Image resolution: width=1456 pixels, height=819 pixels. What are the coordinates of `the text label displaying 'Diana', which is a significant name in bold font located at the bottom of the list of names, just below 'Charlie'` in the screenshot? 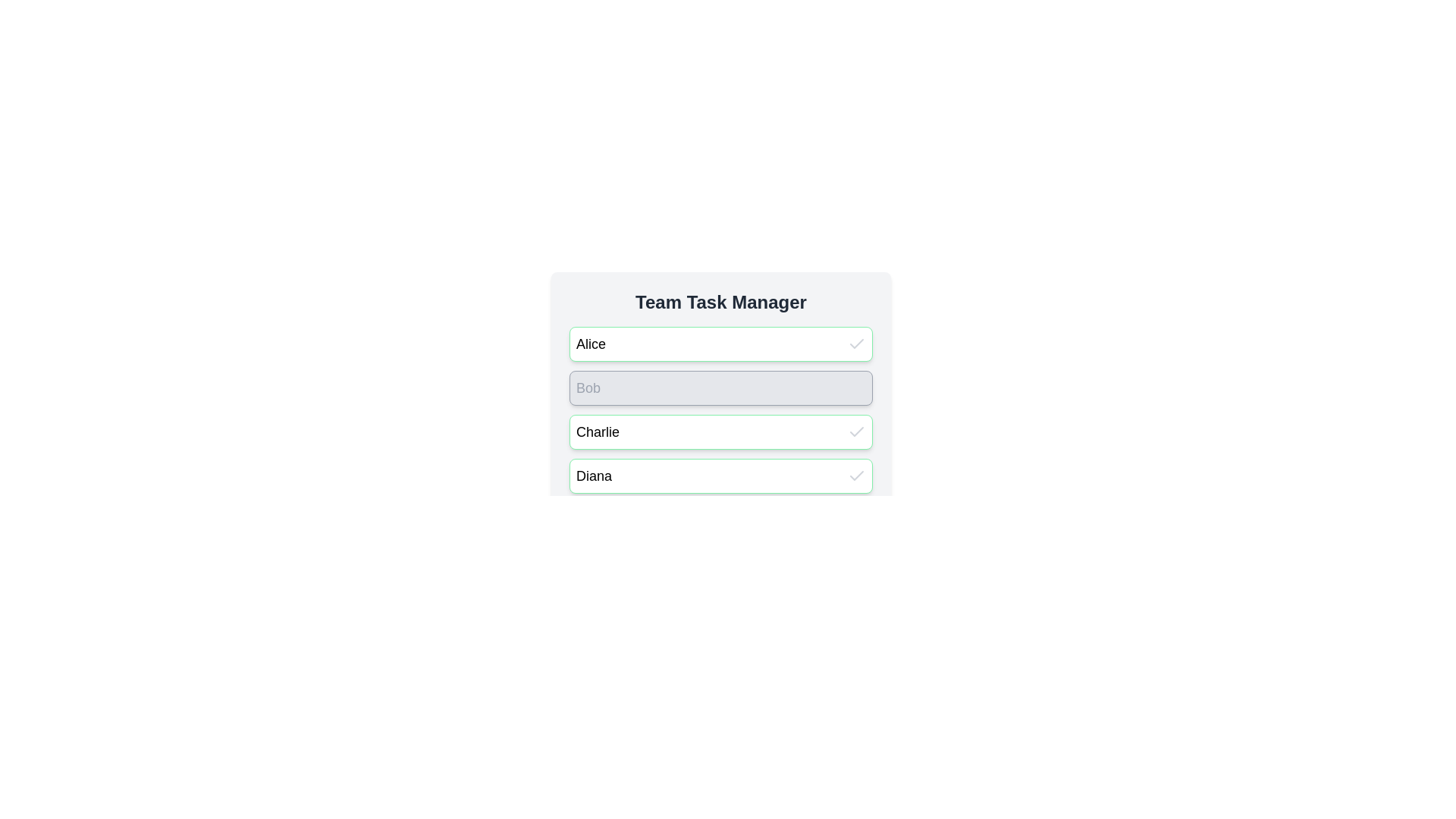 It's located at (593, 475).